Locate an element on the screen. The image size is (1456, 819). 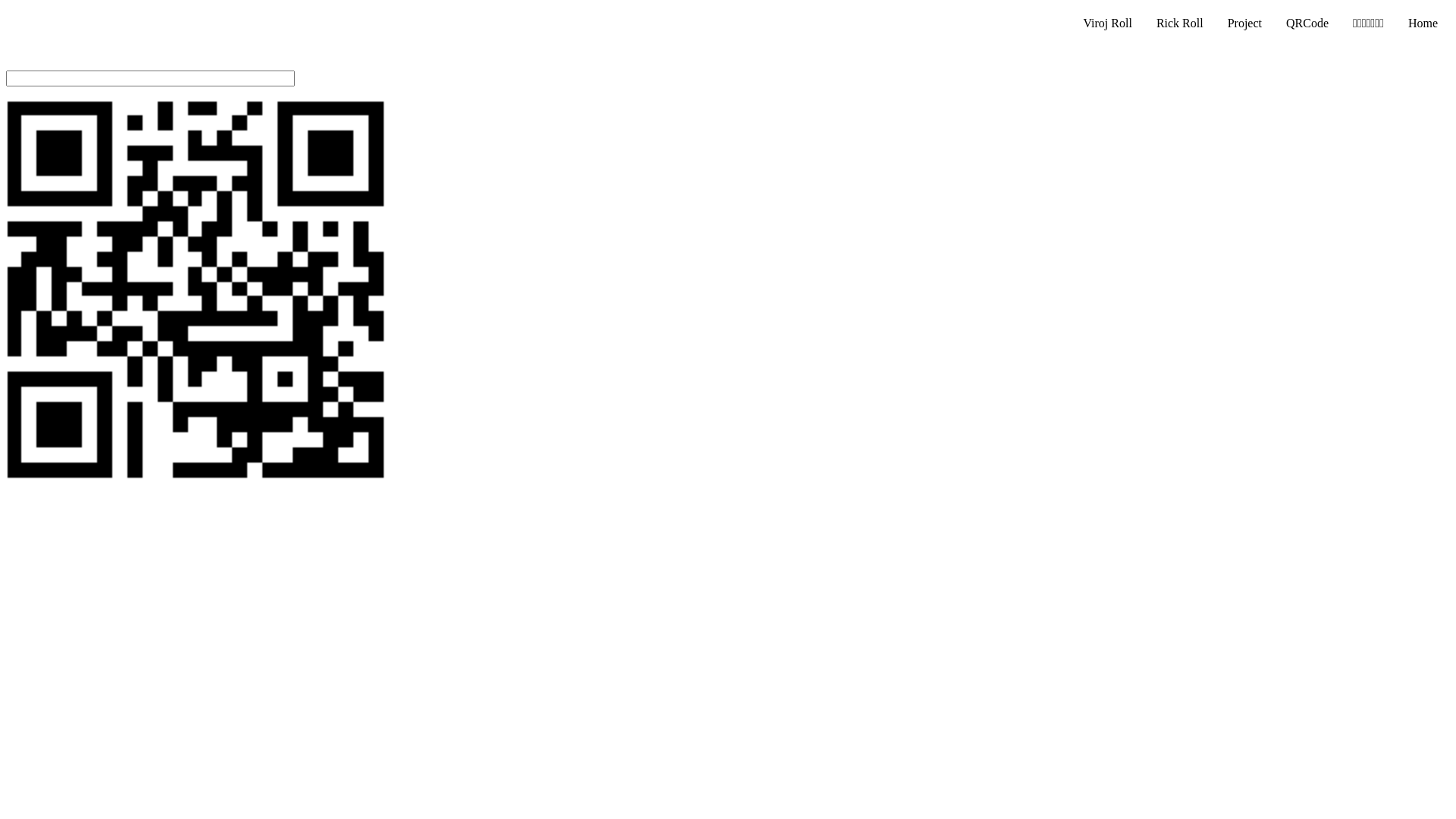
'Rick Roll' is located at coordinates (1178, 23).